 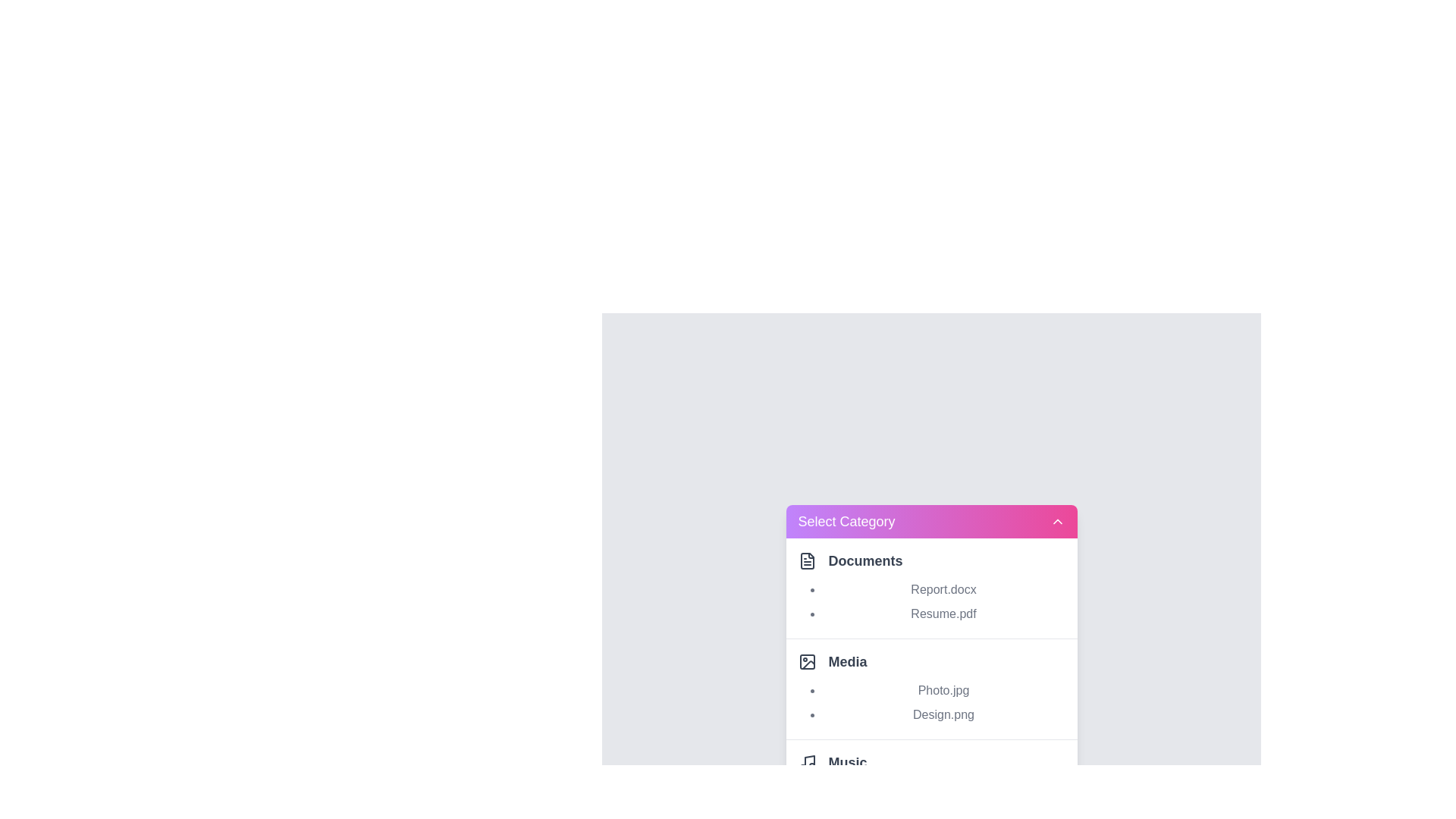 What do you see at coordinates (806, 661) in the screenshot?
I see `the icon representing an image located to the left of the text 'Media', which is styled with a simple outline and appears in grayscale` at bounding box center [806, 661].